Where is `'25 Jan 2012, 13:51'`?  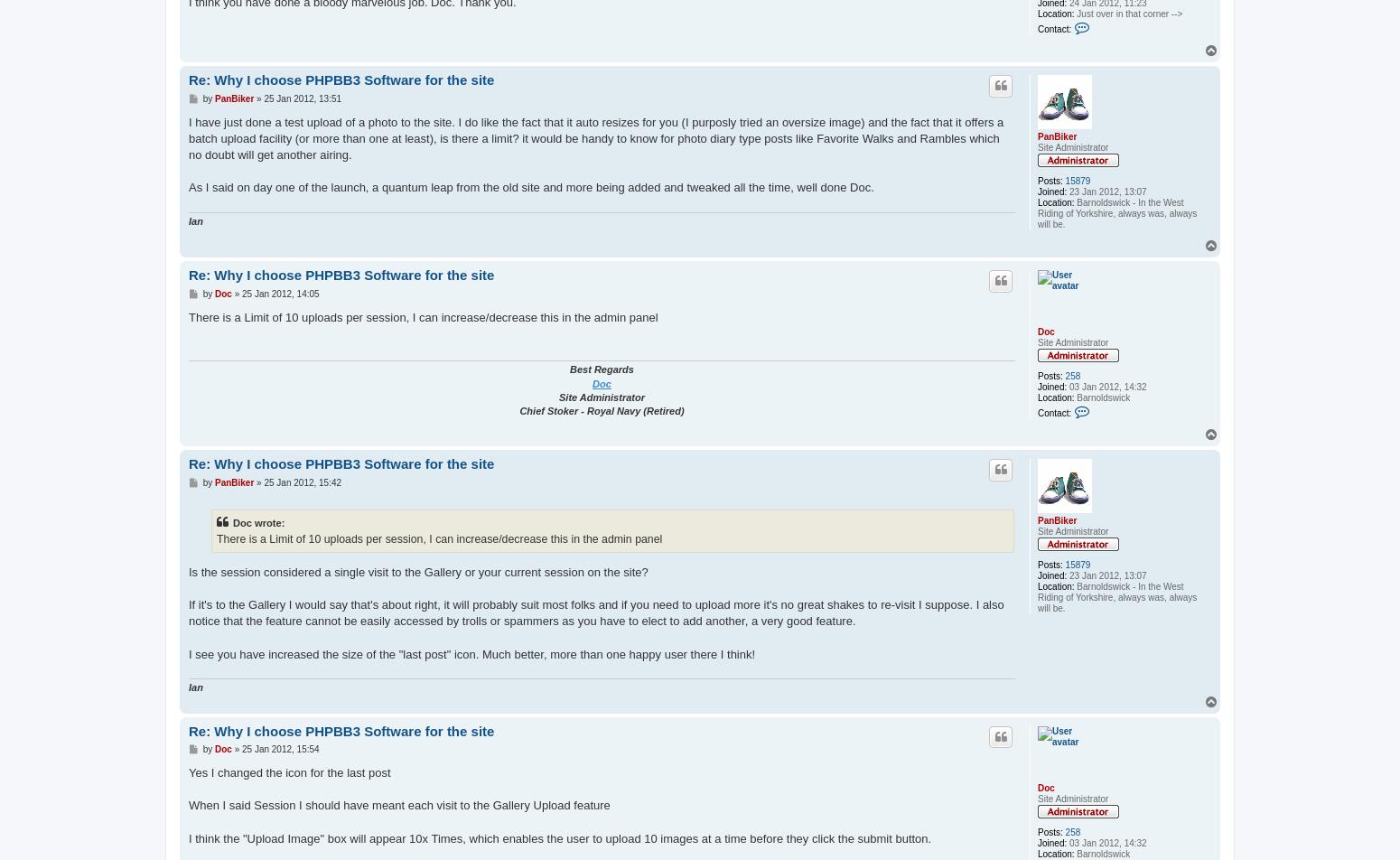
'25 Jan 2012, 13:51' is located at coordinates (301, 98).